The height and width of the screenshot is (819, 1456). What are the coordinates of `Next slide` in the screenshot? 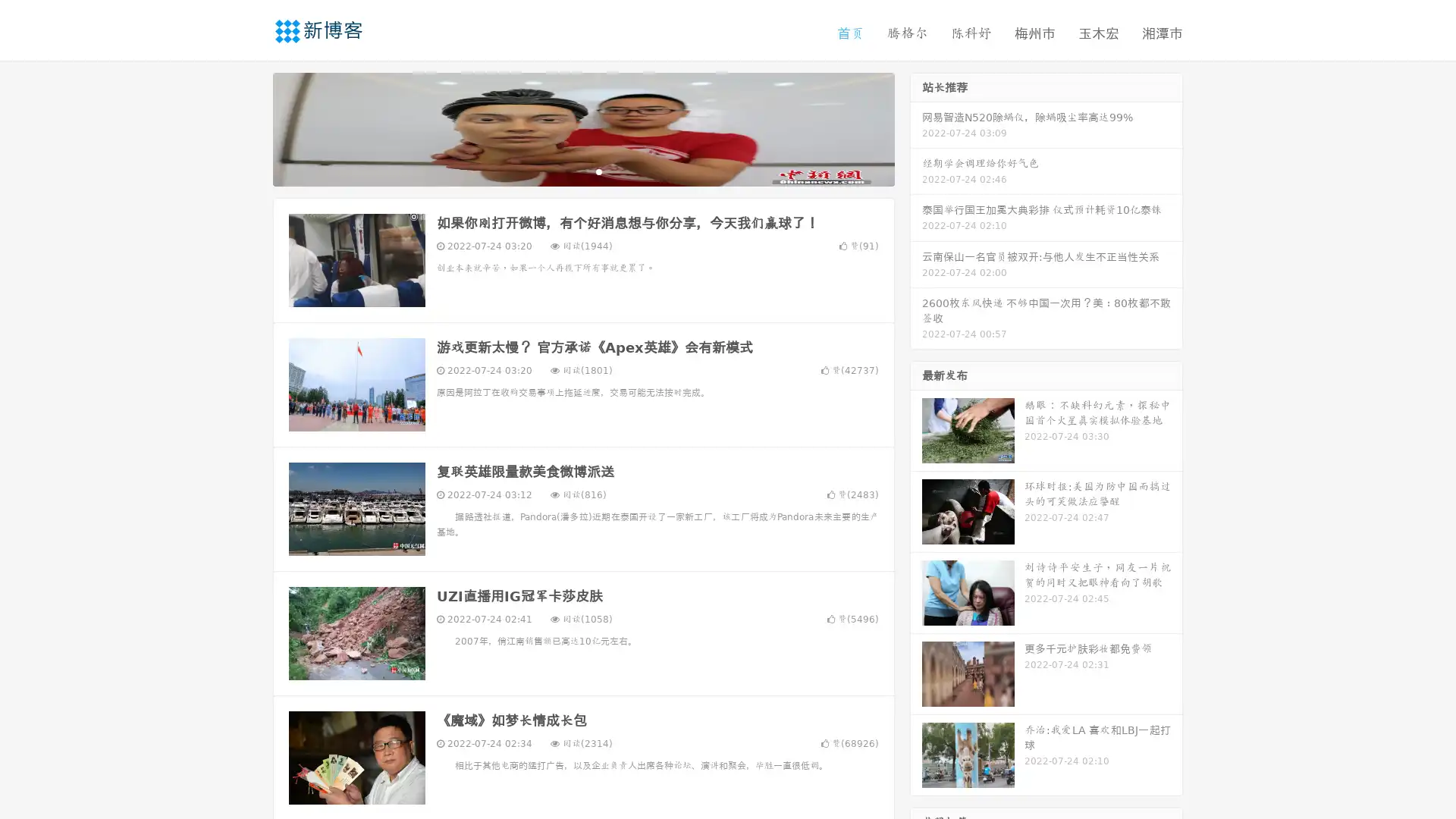 It's located at (916, 127).